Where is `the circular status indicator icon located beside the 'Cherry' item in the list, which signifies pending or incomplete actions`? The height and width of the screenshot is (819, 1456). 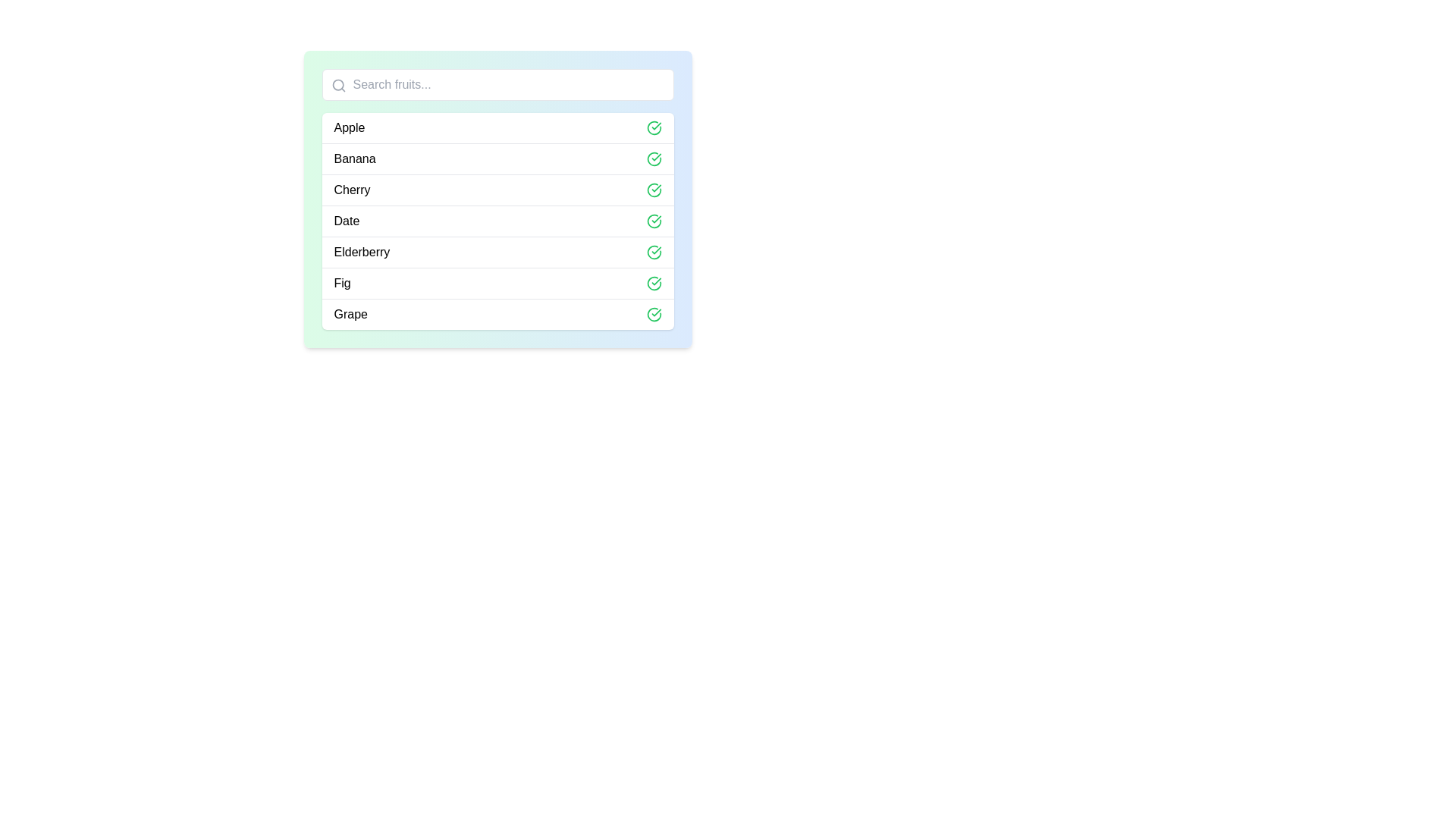 the circular status indicator icon located beside the 'Cherry' item in the list, which signifies pending or incomplete actions is located at coordinates (654, 189).